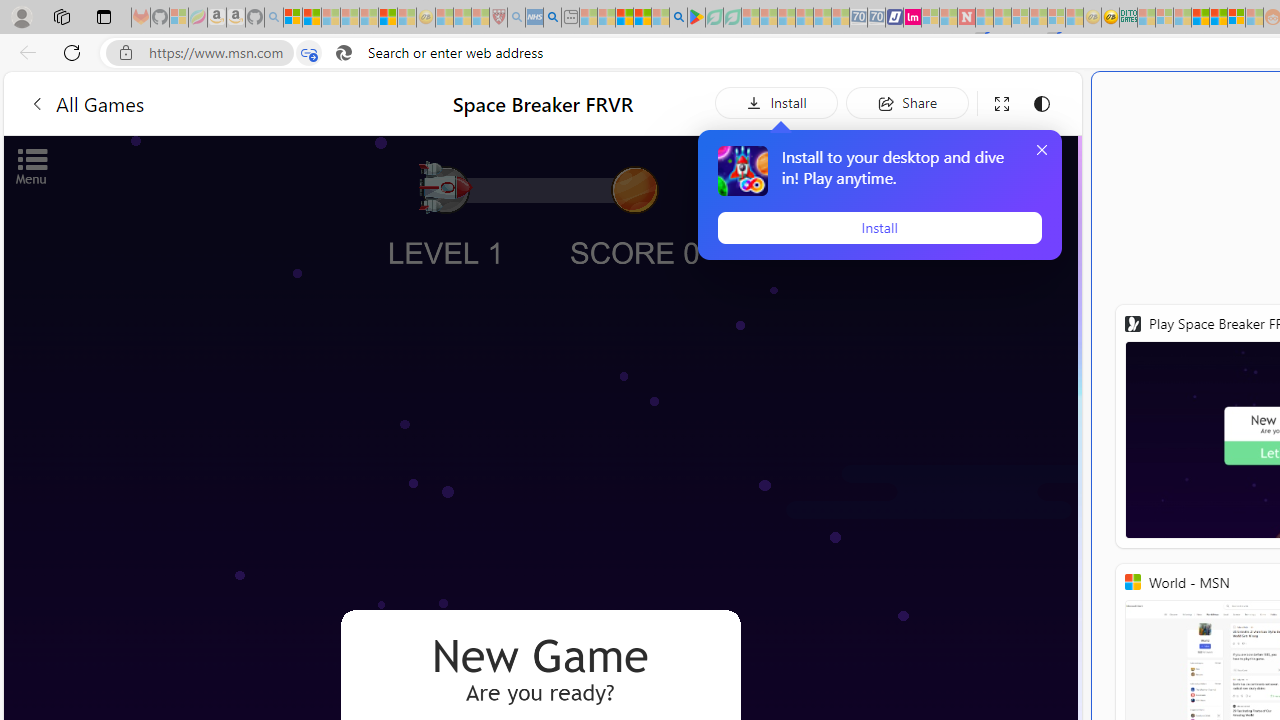 The height and width of the screenshot is (720, 1280). I want to click on 'Jobs - lastminute.com Investor Portal', so click(911, 17).